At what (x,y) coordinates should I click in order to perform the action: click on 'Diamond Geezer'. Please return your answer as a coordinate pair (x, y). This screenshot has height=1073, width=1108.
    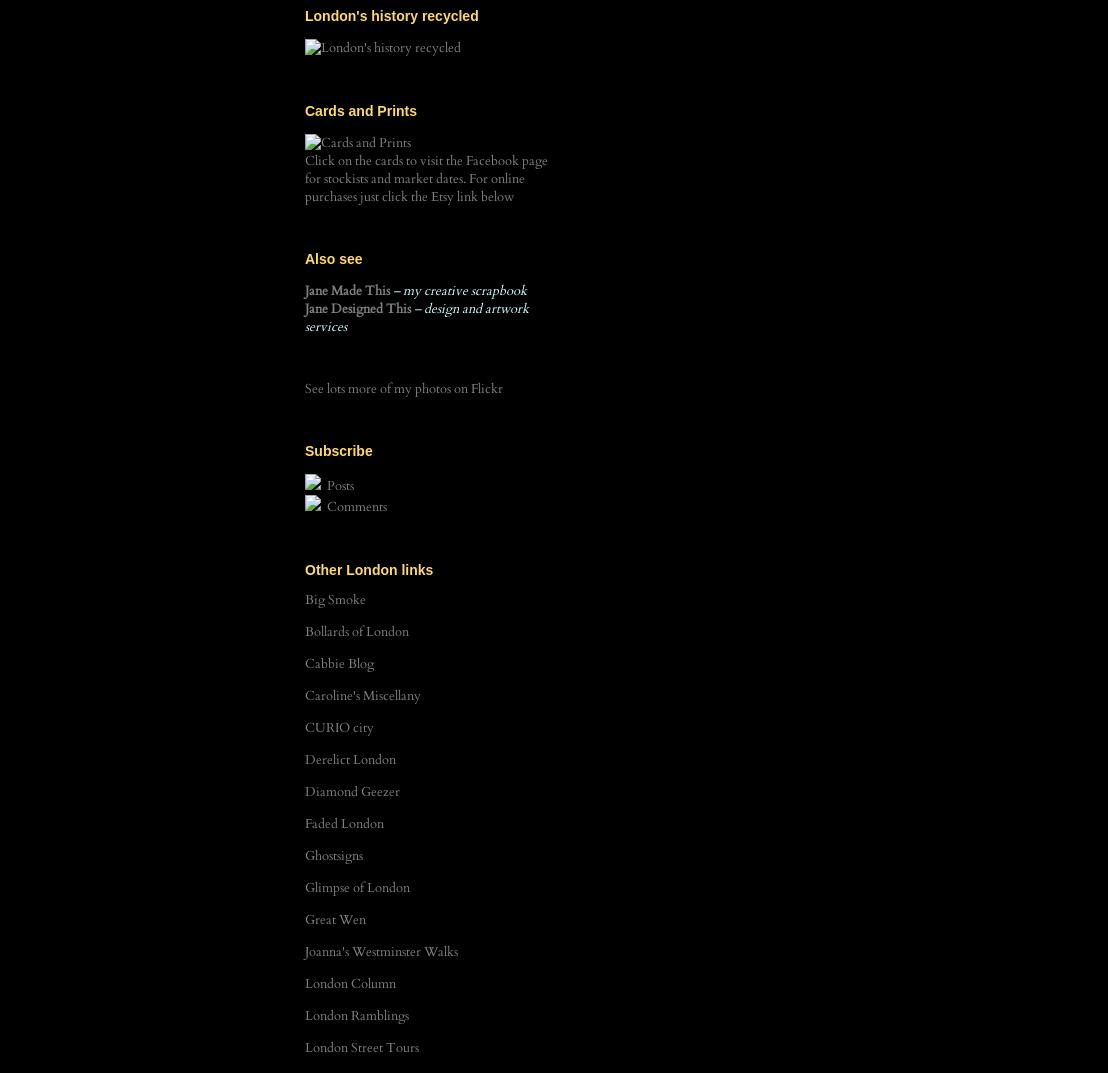
    Looking at the image, I should click on (351, 791).